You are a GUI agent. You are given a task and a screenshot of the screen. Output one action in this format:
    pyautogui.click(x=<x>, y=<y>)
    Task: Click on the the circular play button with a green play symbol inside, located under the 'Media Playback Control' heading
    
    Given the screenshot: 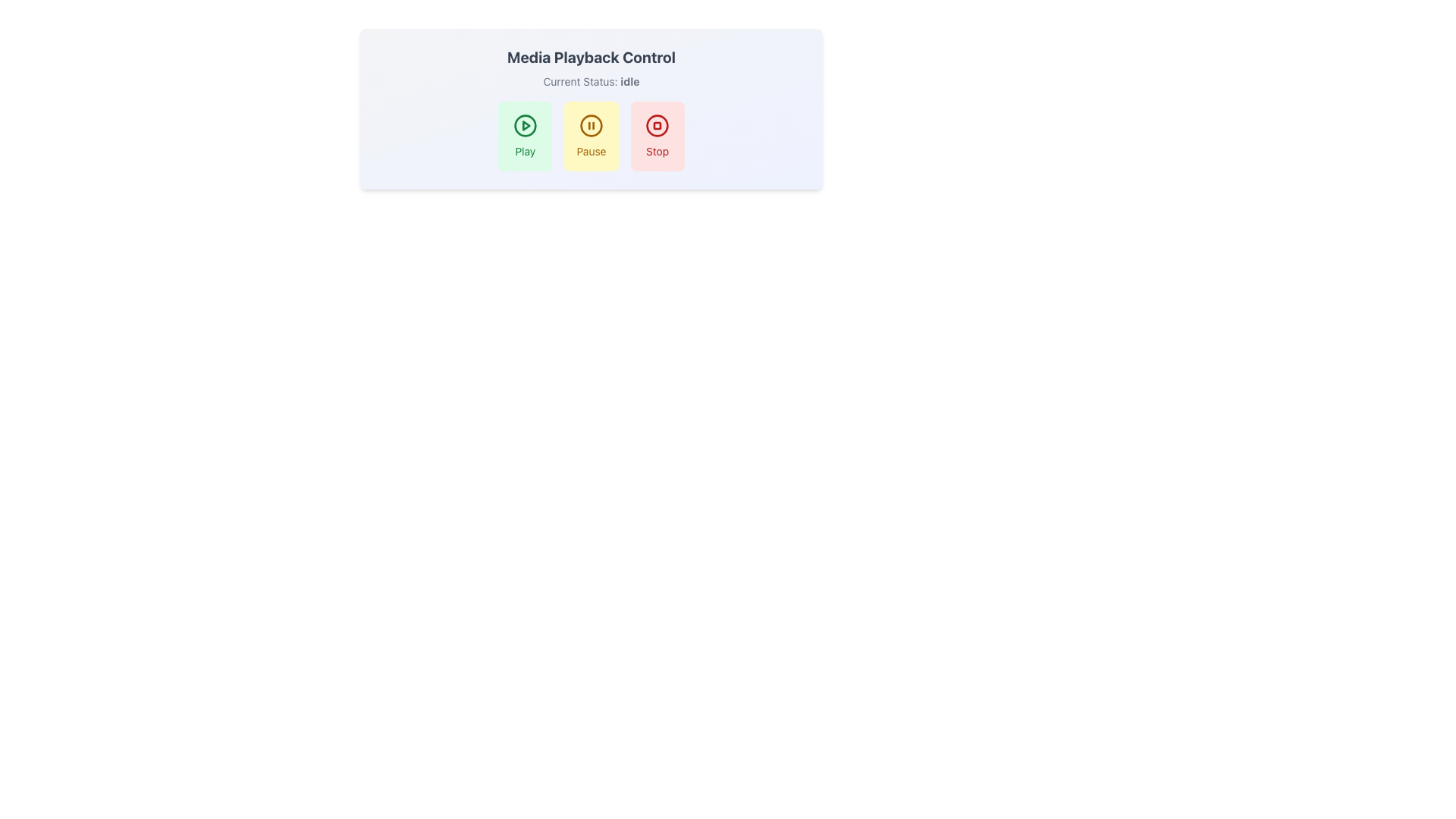 What is the action you would take?
    pyautogui.click(x=525, y=124)
    